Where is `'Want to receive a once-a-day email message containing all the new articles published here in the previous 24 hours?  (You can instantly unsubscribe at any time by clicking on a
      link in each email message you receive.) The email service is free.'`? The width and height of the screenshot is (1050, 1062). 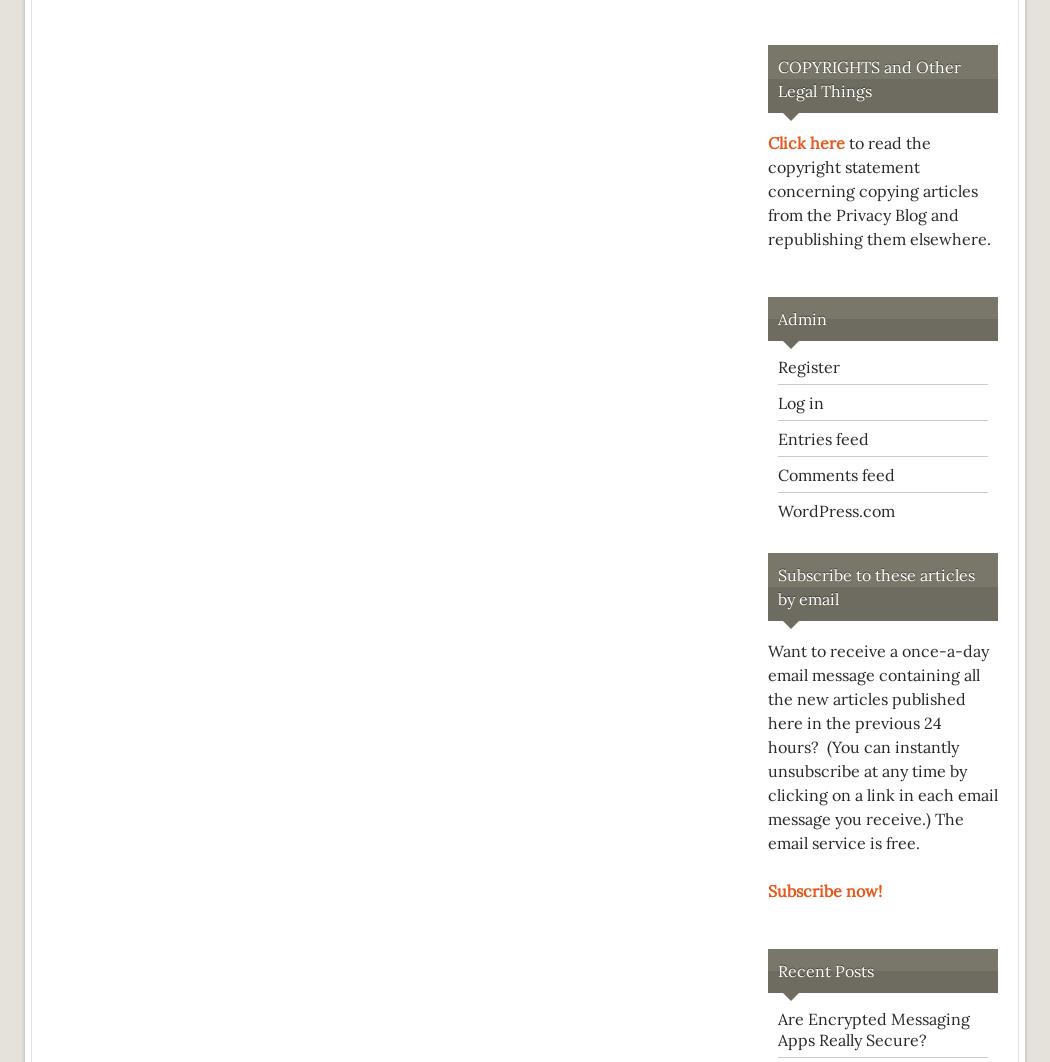
'Want to receive a once-a-day email message containing all the new articles published here in the previous 24 hours?  (You can instantly unsubscribe at any time by clicking on a
      link in each email message you receive.) The email service is free.' is located at coordinates (882, 747).